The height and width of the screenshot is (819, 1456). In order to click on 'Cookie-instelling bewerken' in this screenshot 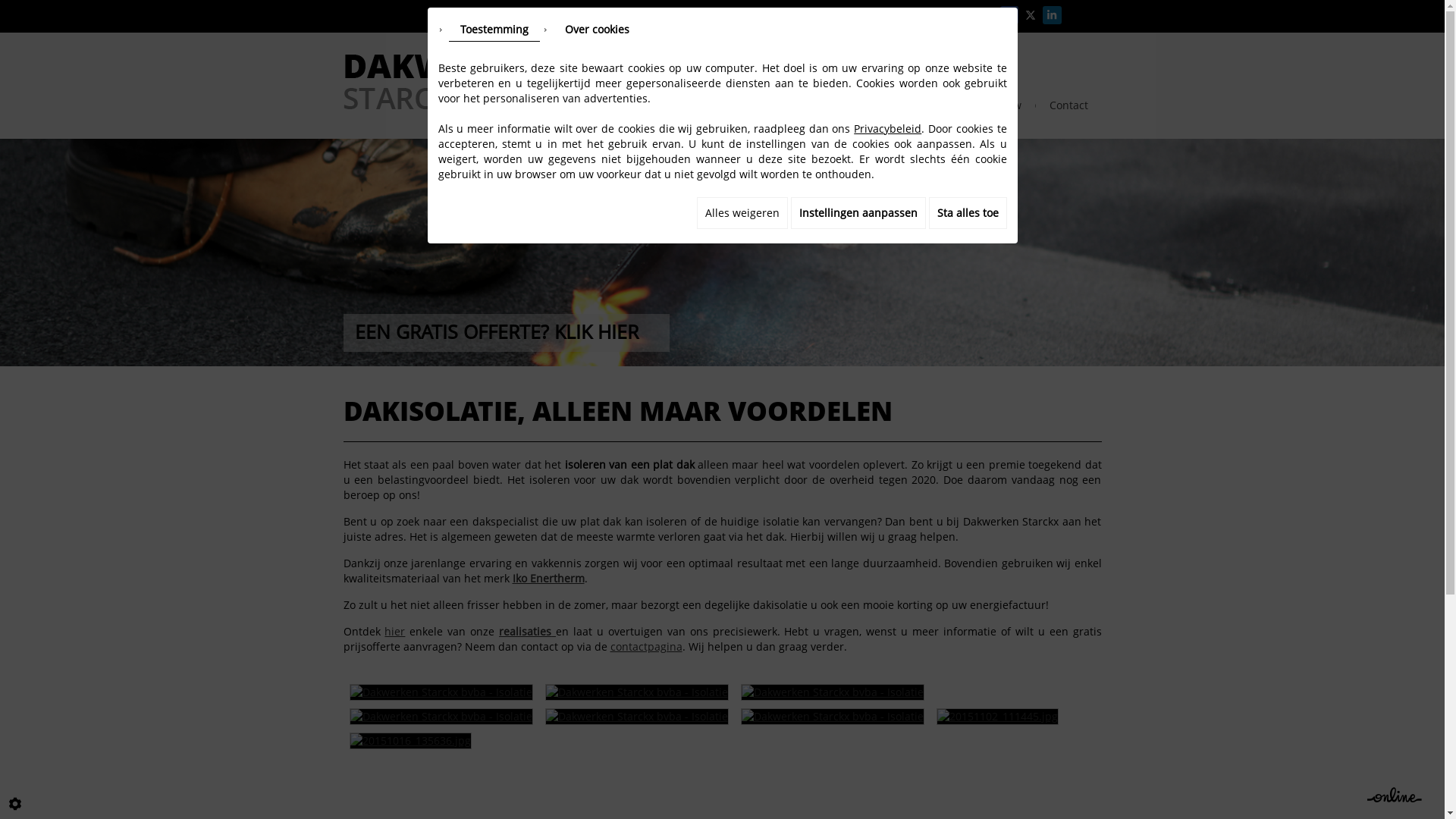, I will do `click(3, 803)`.